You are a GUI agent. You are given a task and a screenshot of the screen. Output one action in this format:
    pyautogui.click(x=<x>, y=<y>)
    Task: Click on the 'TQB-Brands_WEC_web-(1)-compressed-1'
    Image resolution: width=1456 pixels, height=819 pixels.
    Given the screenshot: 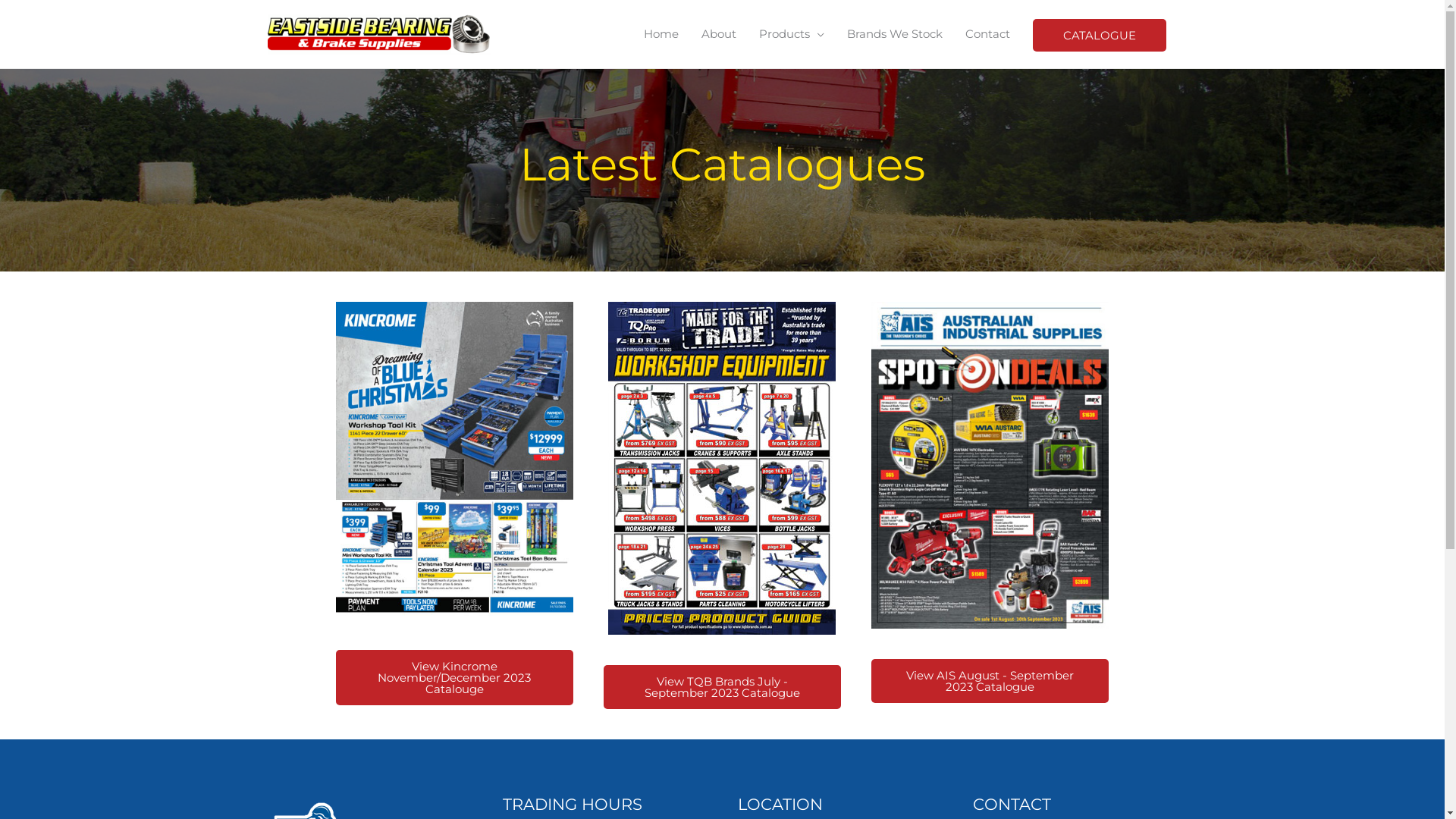 What is the action you would take?
    pyautogui.click(x=720, y=467)
    